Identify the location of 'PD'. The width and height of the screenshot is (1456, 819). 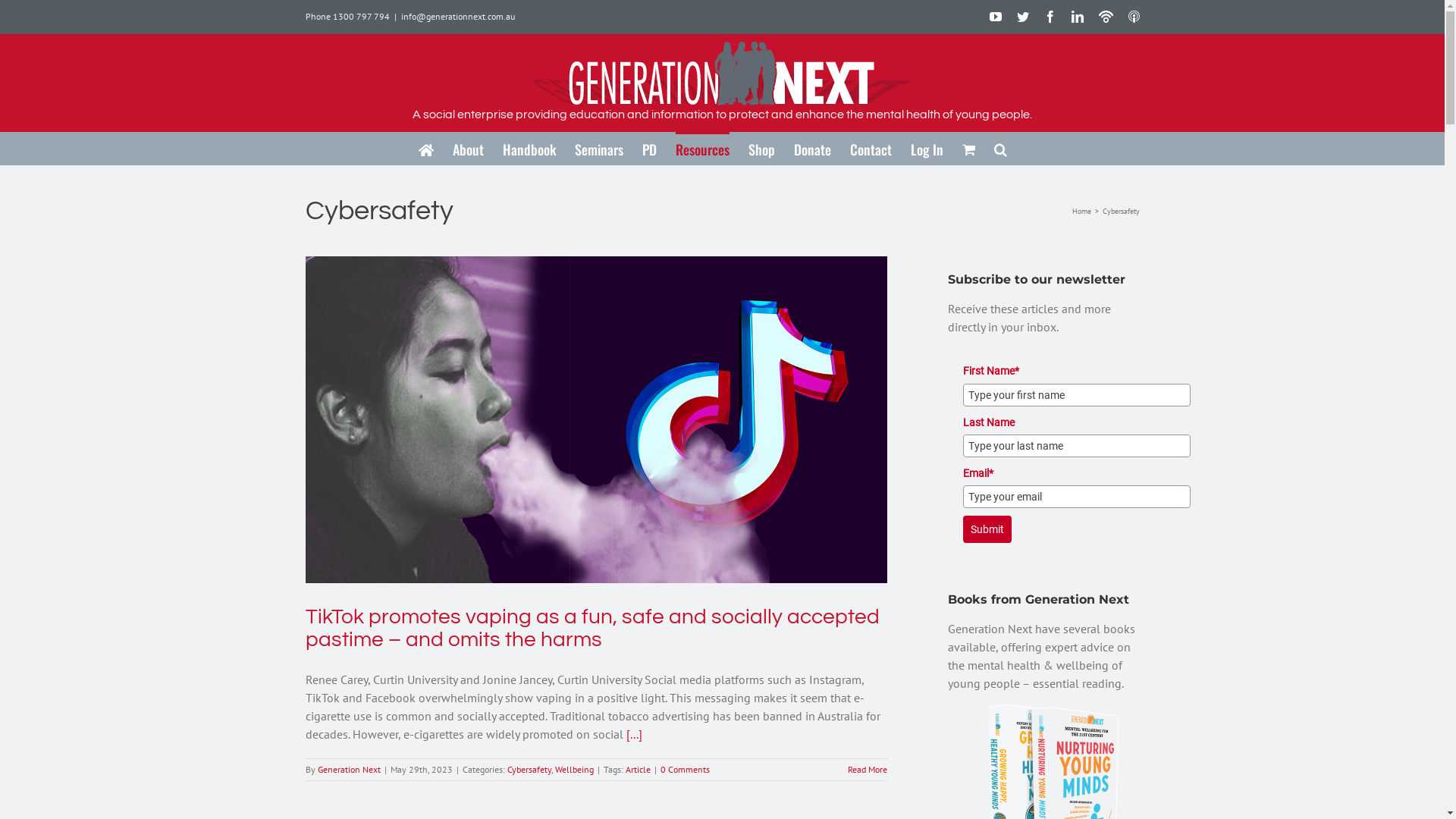
(642, 148).